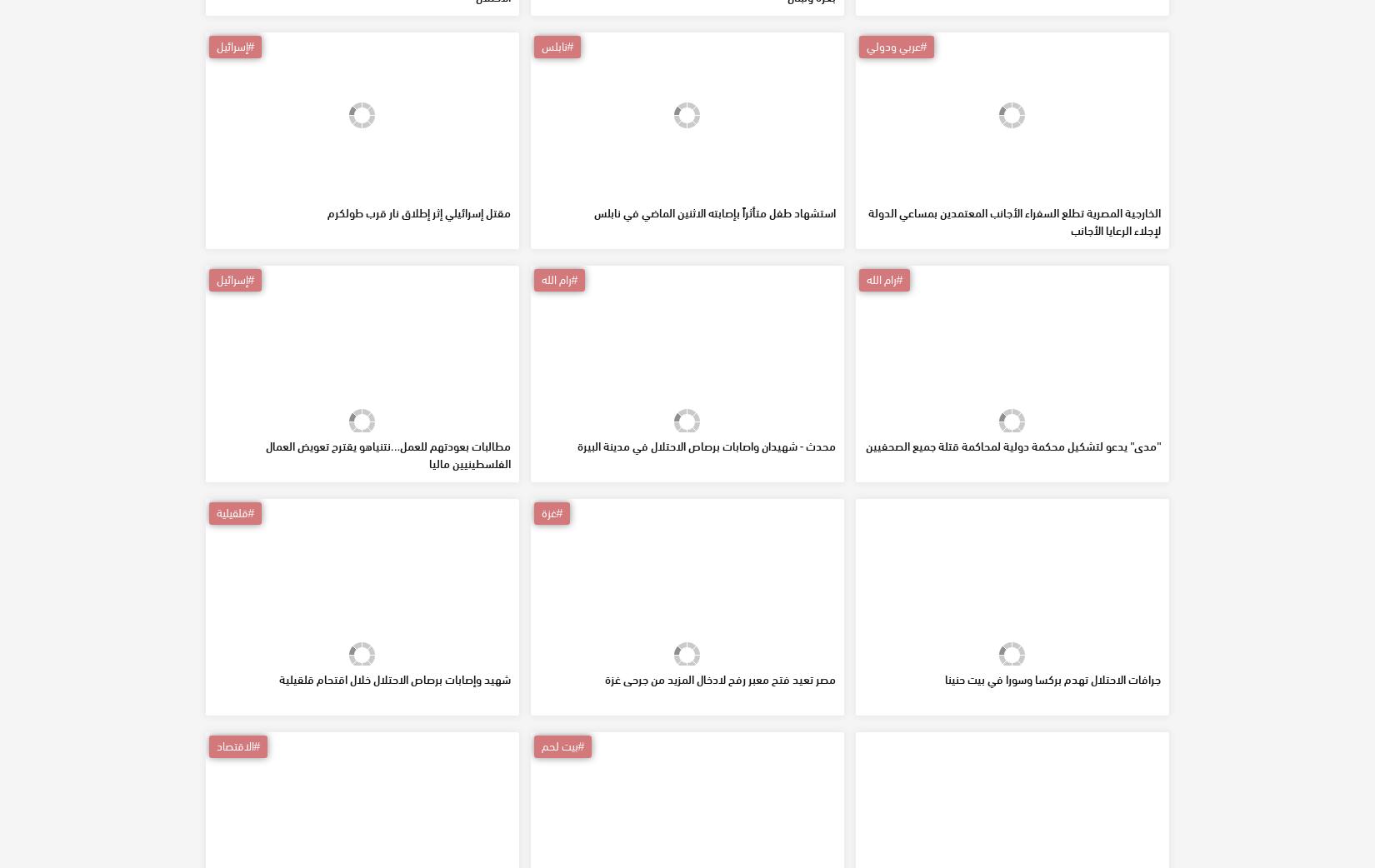  What do you see at coordinates (706, 566) in the screenshot?
I see `'محدث - شهيدان واصابات برصاص الاحتلال في مدينة البيرة'` at bounding box center [706, 566].